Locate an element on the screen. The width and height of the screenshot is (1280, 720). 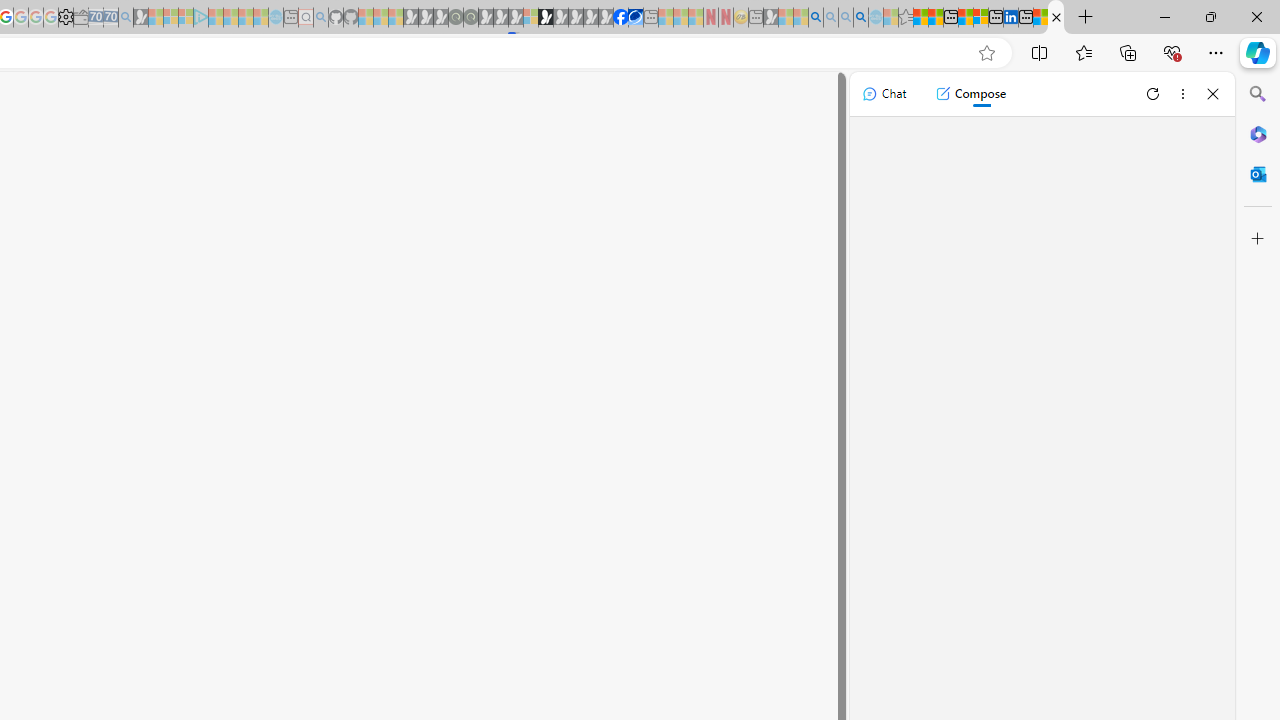
'LinkedIn' is located at coordinates (1010, 17).